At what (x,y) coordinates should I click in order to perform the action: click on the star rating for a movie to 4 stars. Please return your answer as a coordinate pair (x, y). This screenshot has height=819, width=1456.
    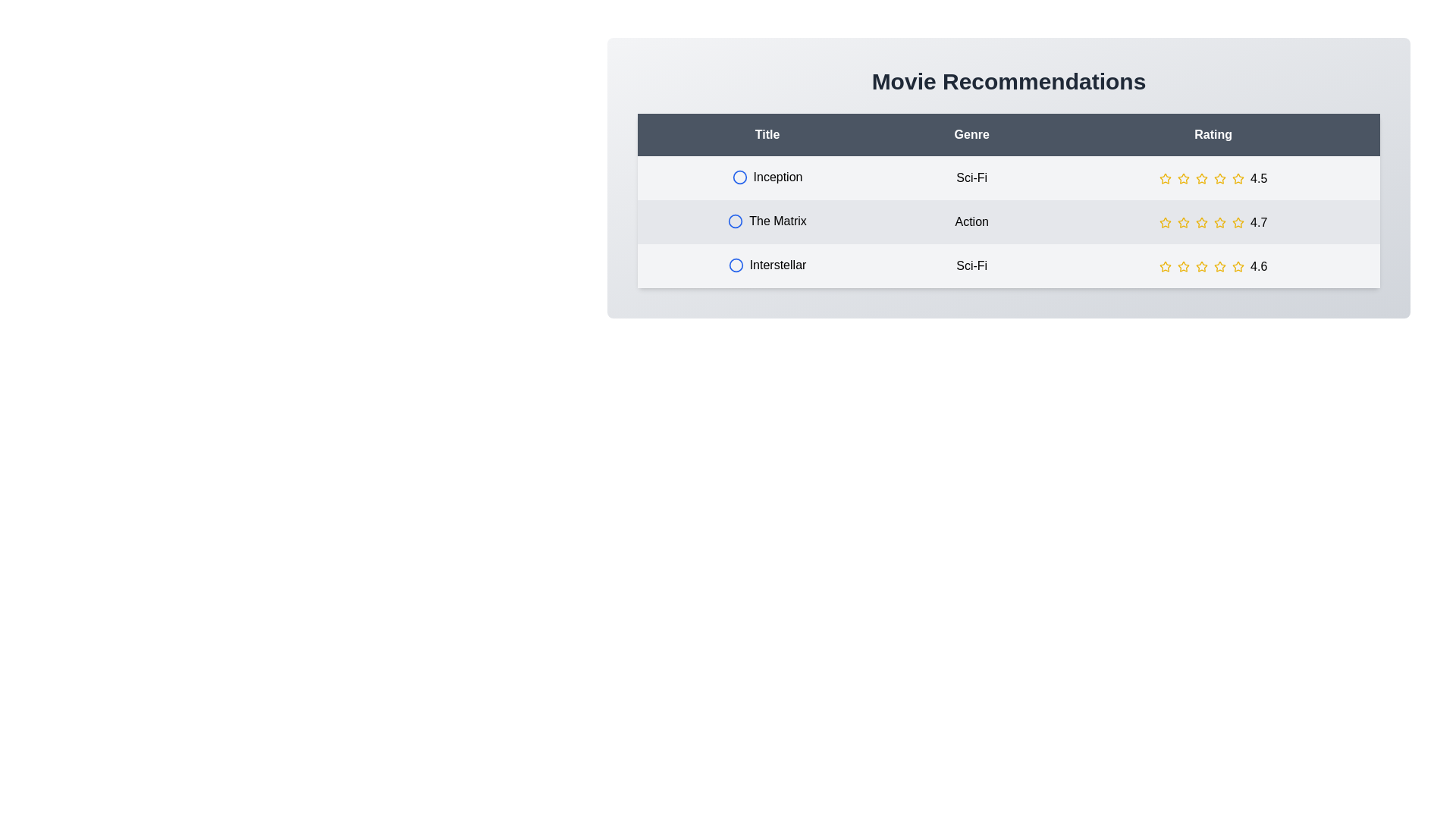
    Looking at the image, I should click on (1219, 177).